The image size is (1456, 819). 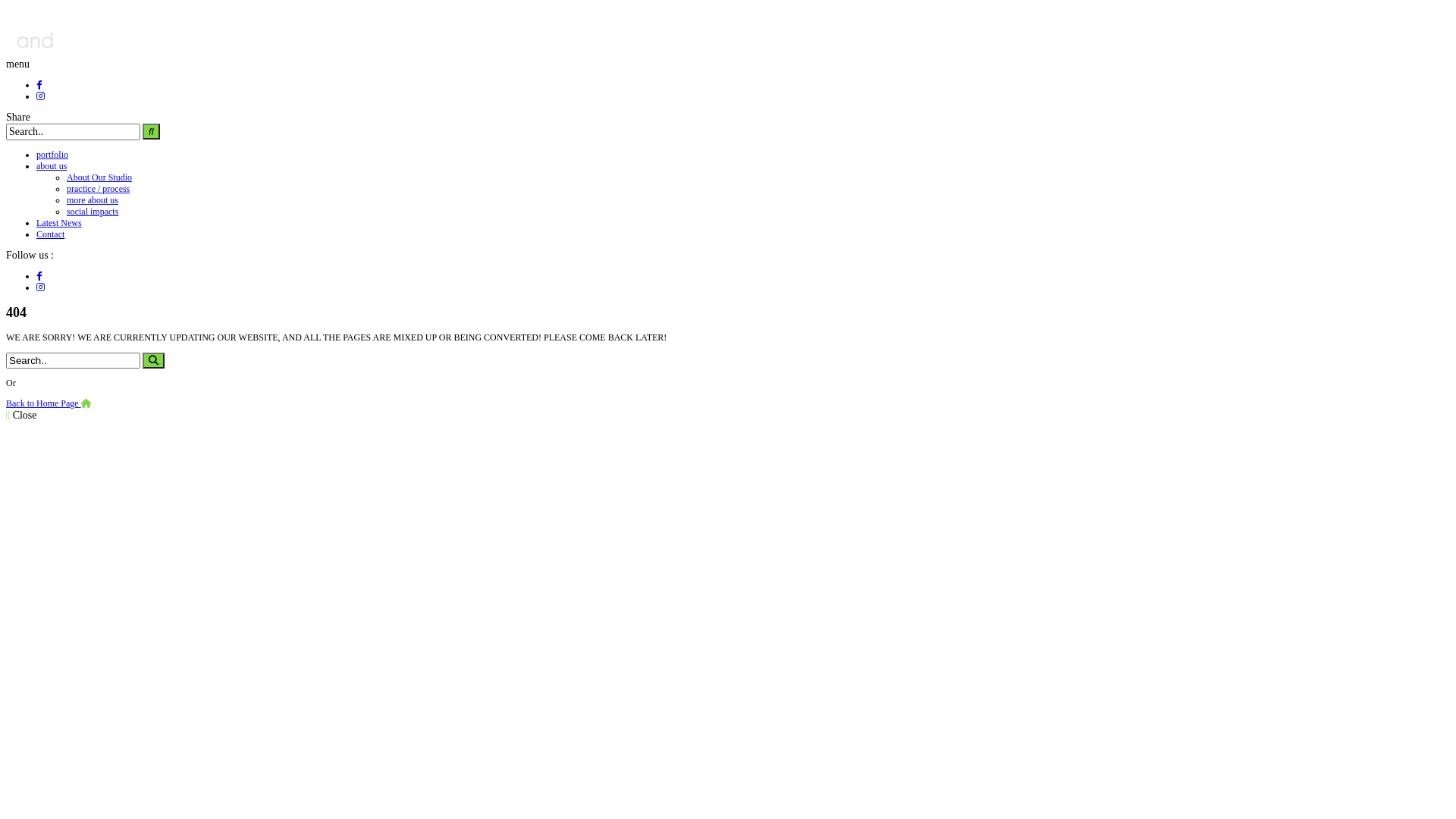 What do you see at coordinates (65, 177) in the screenshot?
I see `'About Our Studio'` at bounding box center [65, 177].